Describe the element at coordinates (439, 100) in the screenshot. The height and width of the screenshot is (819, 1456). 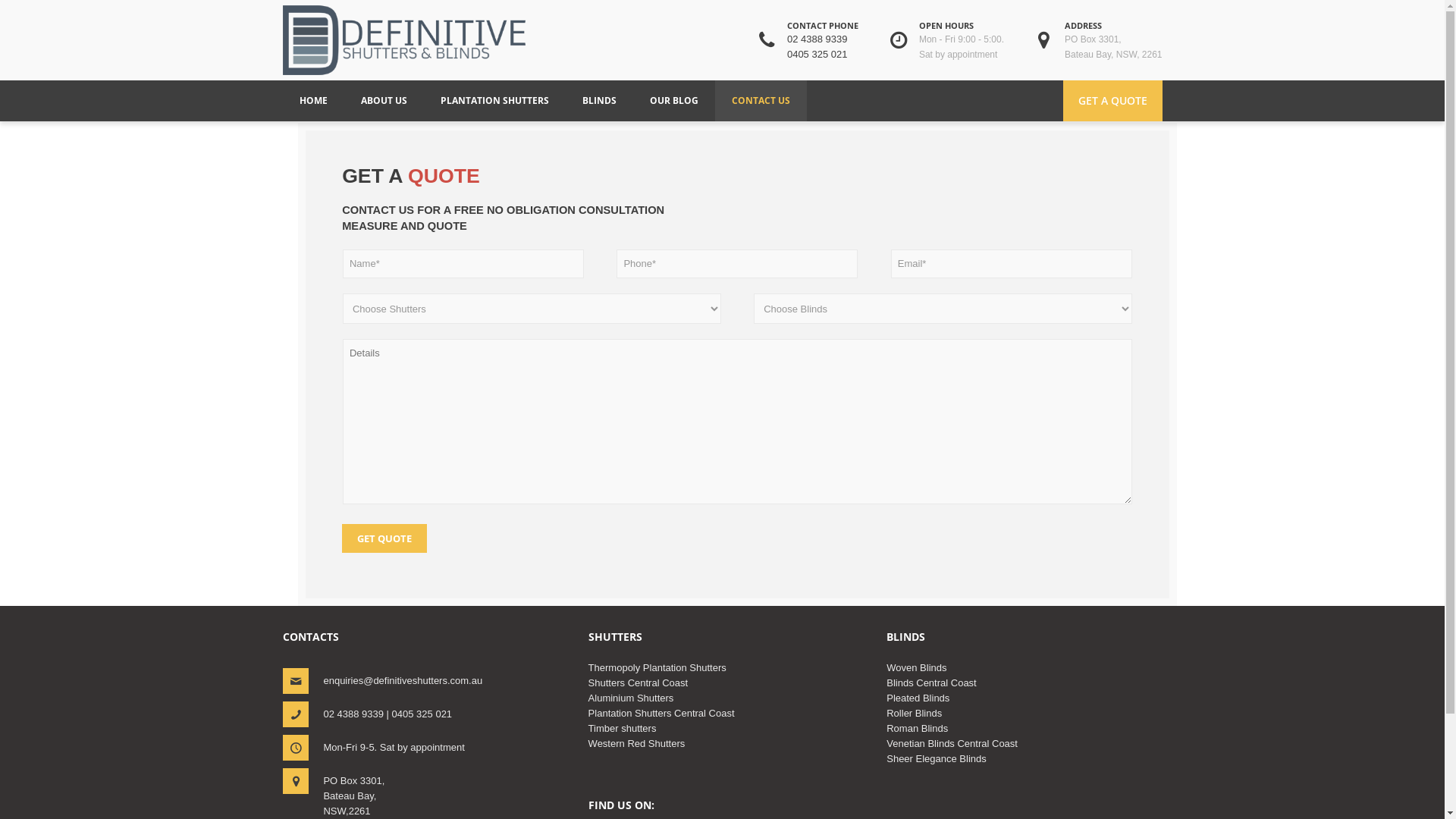
I see `'PLANTATION SHUTTERS'` at that location.